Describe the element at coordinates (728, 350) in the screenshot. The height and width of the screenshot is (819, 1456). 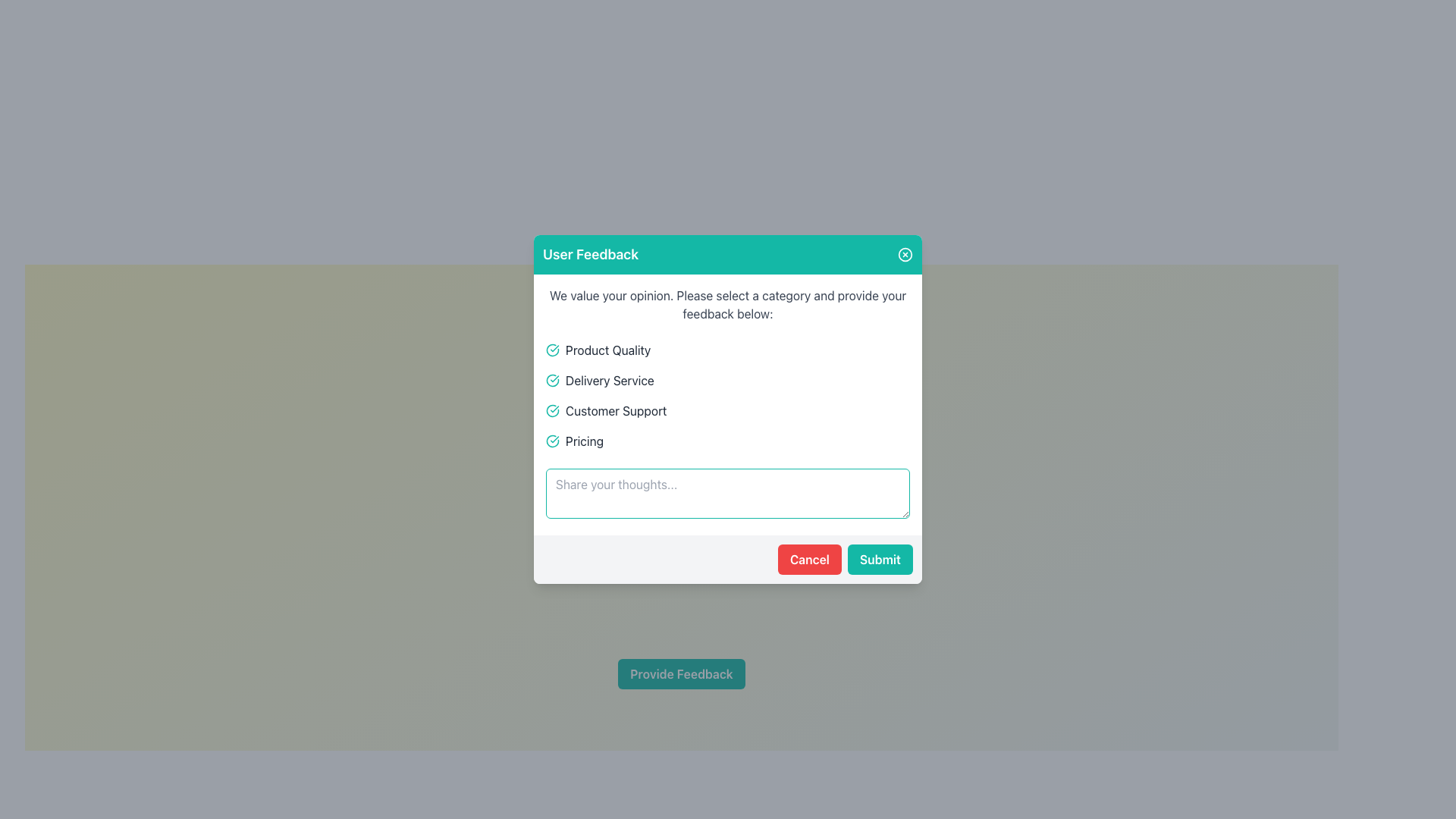
I see `keyboard navigation` at that location.